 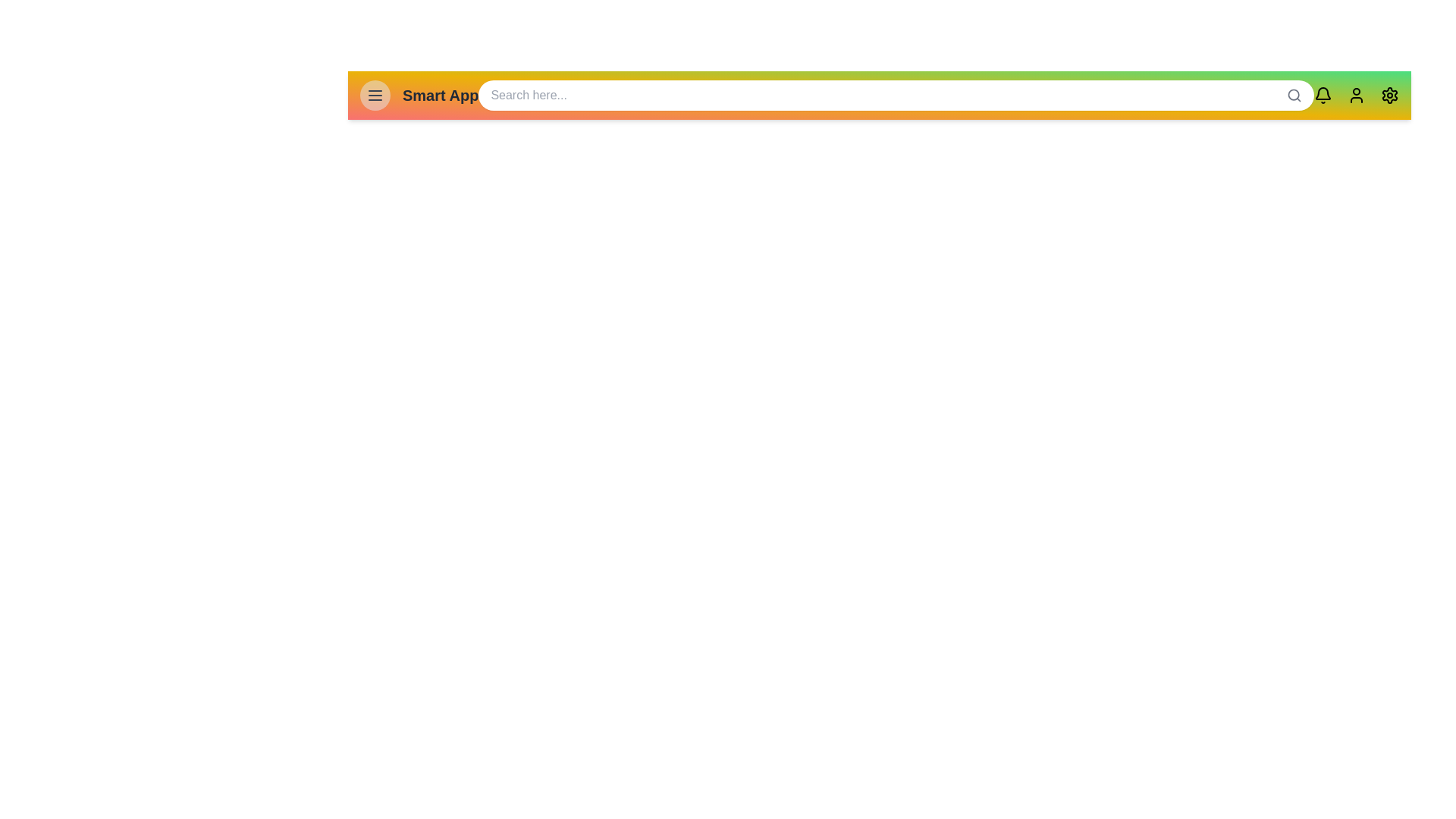 I want to click on the settings icon to open the application settings, so click(x=1390, y=96).